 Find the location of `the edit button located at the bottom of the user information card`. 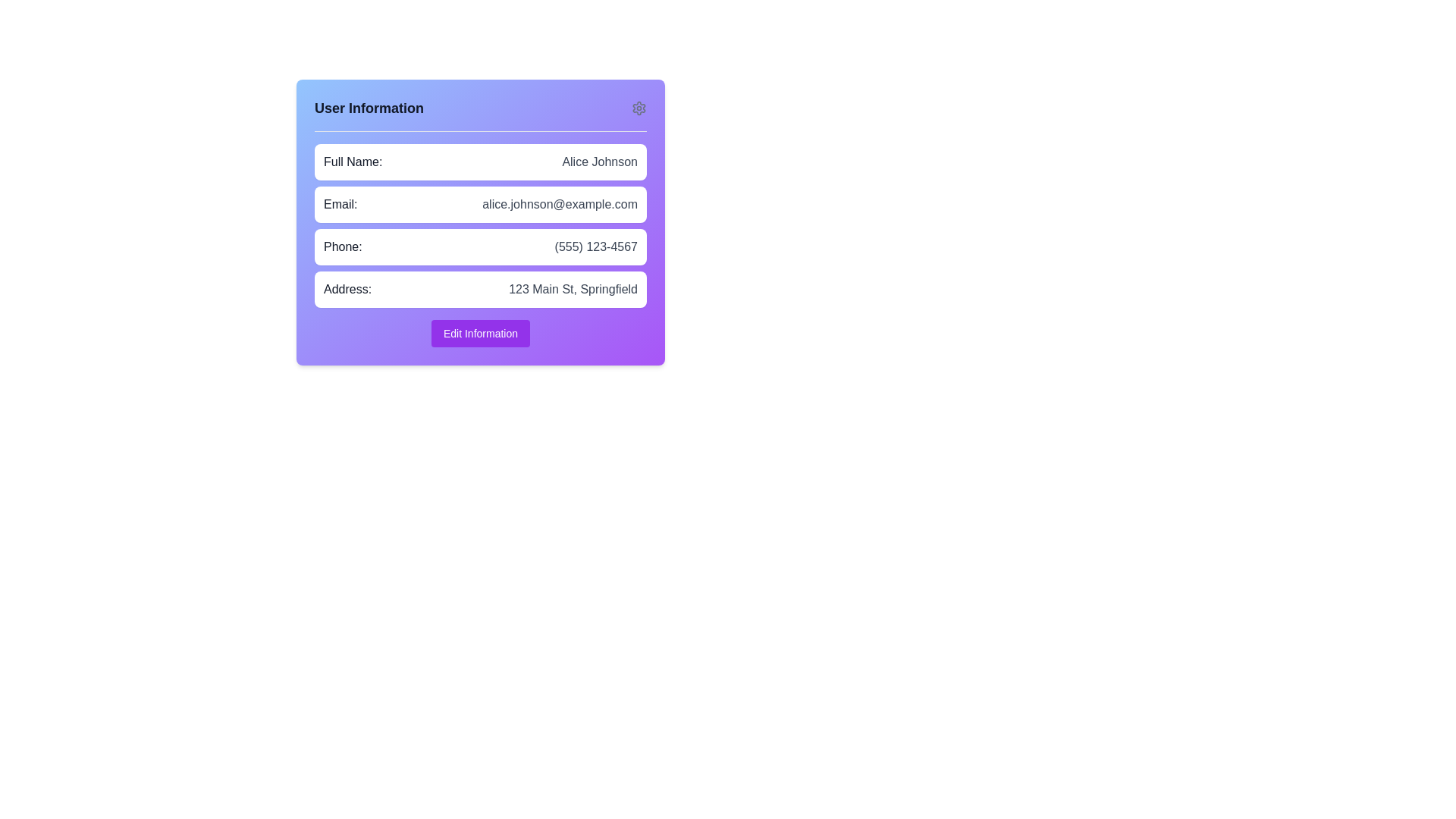

the edit button located at the bottom of the user information card is located at coordinates (479, 332).